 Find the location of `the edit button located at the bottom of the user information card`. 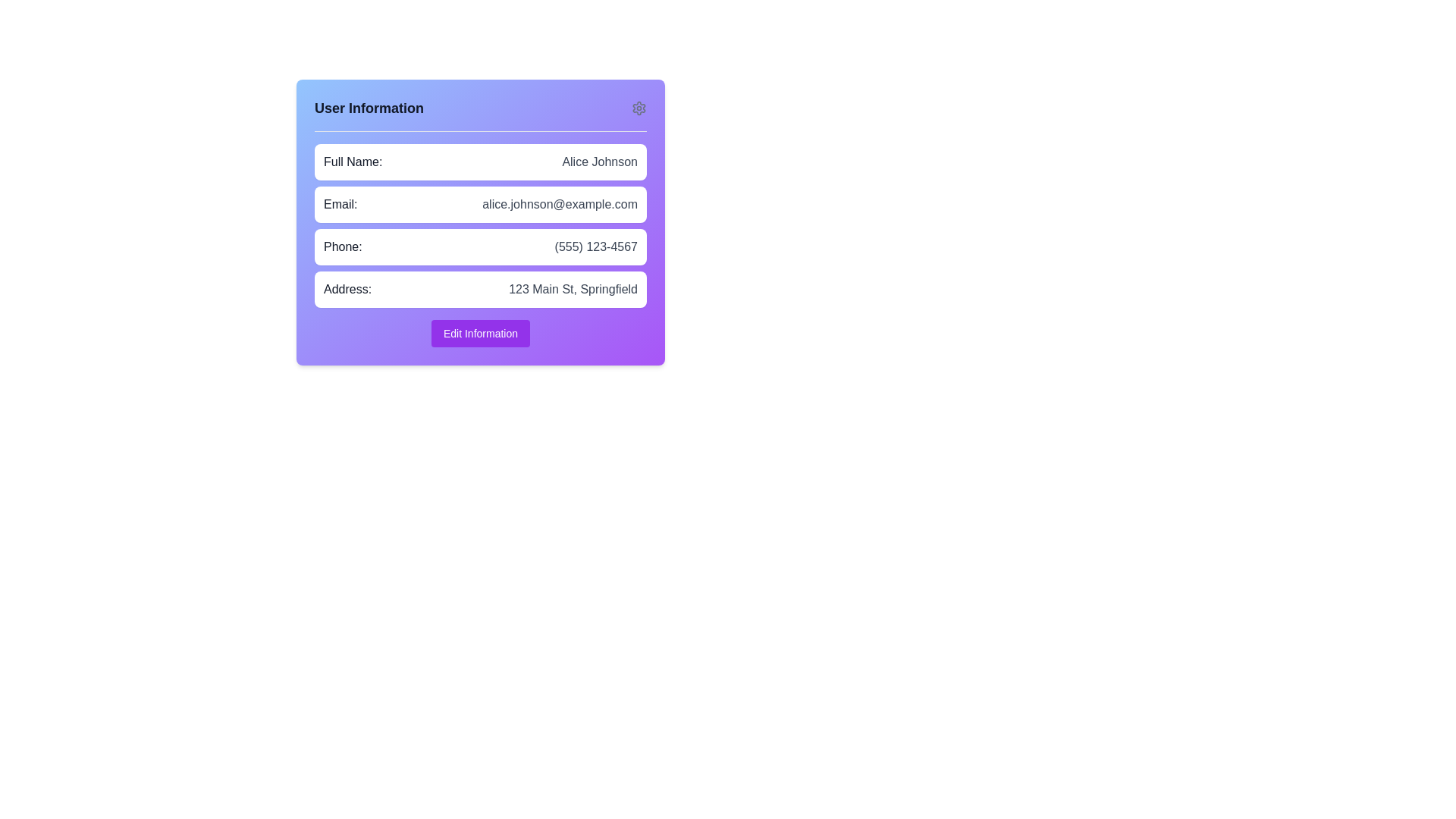

the edit button located at the bottom of the user information card is located at coordinates (479, 332).